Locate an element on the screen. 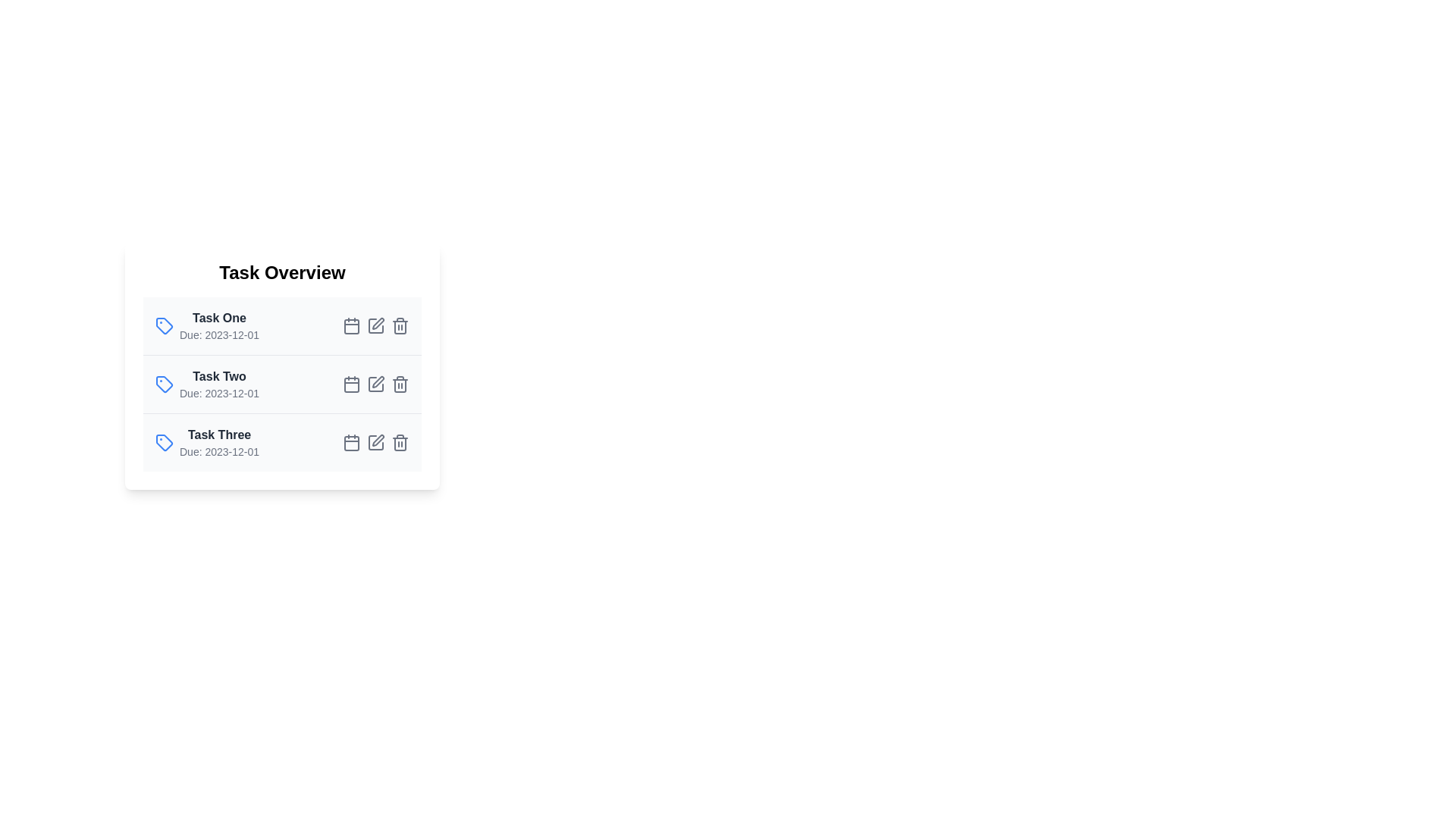 The image size is (1456, 819). the static text label displaying the due date for 'Task Two', which is located directly below the task title and provides date information in 'YYYY-MM-DD' format is located at coordinates (218, 393).